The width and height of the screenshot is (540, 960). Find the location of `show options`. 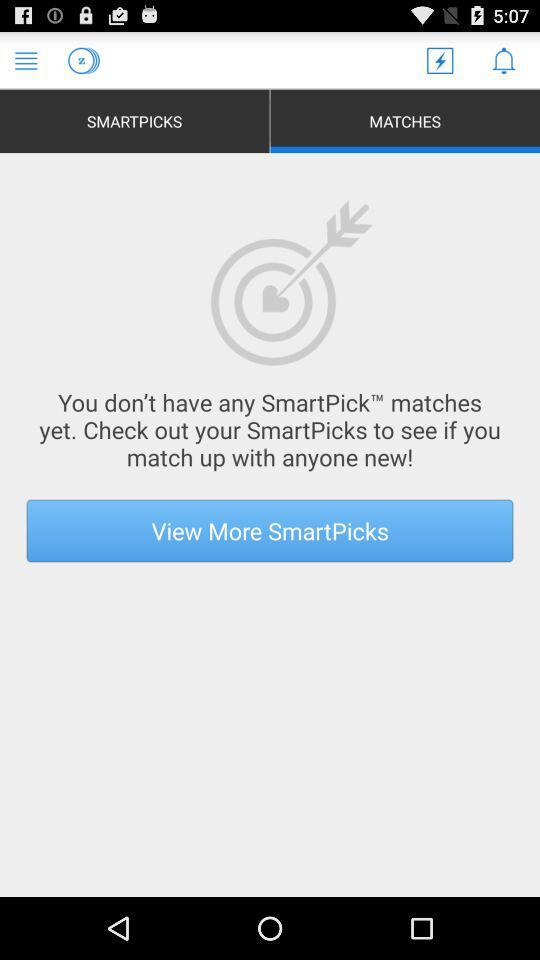

show options is located at coordinates (25, 59).